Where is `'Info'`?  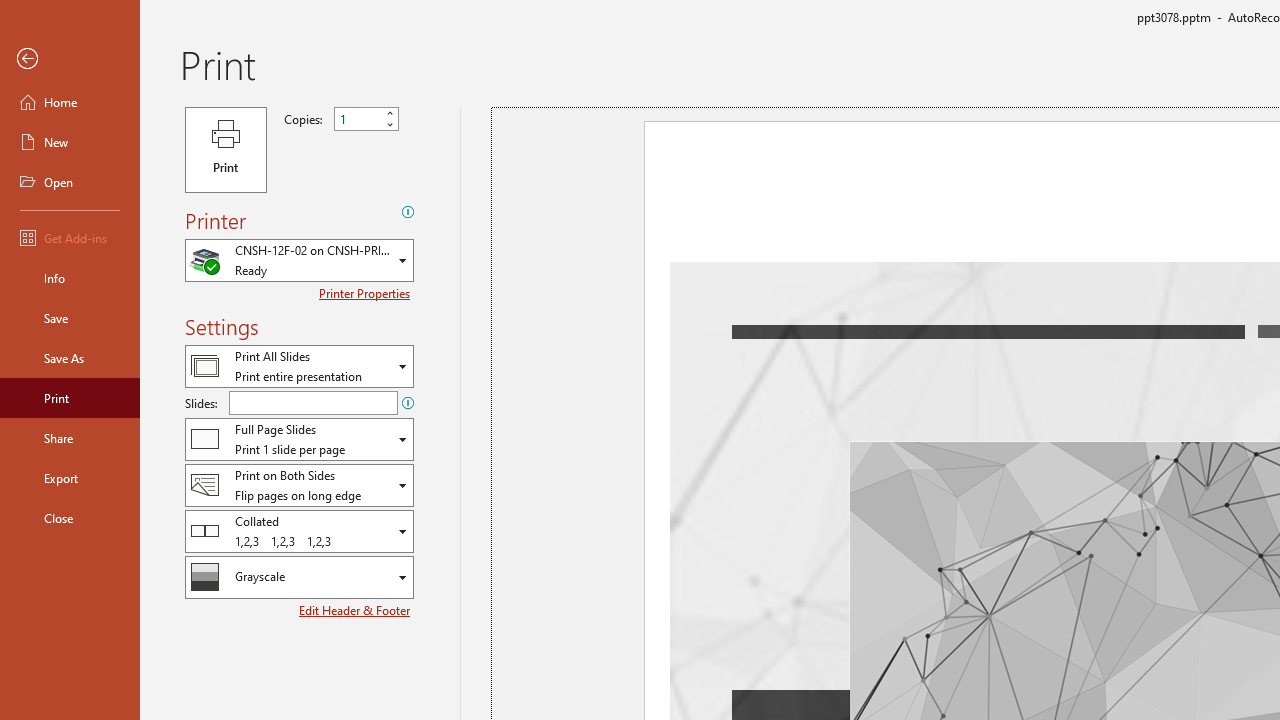 'Info' is located at coordinates (69, 277).